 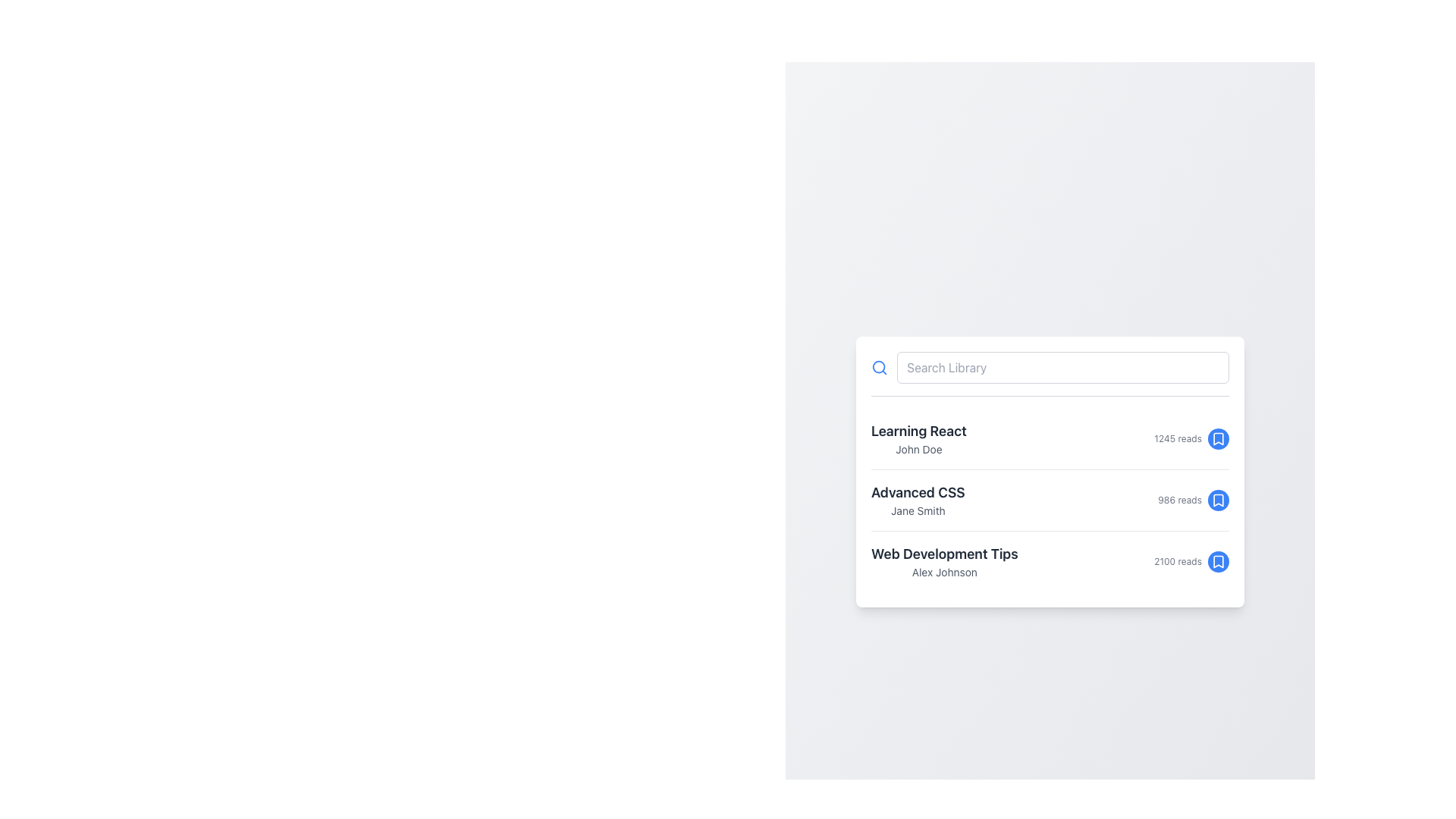 I want to click on the circular graphical element representing the search icon, which is part of an SVG and located at the far left of the search bar, so click(x=879, y=366).